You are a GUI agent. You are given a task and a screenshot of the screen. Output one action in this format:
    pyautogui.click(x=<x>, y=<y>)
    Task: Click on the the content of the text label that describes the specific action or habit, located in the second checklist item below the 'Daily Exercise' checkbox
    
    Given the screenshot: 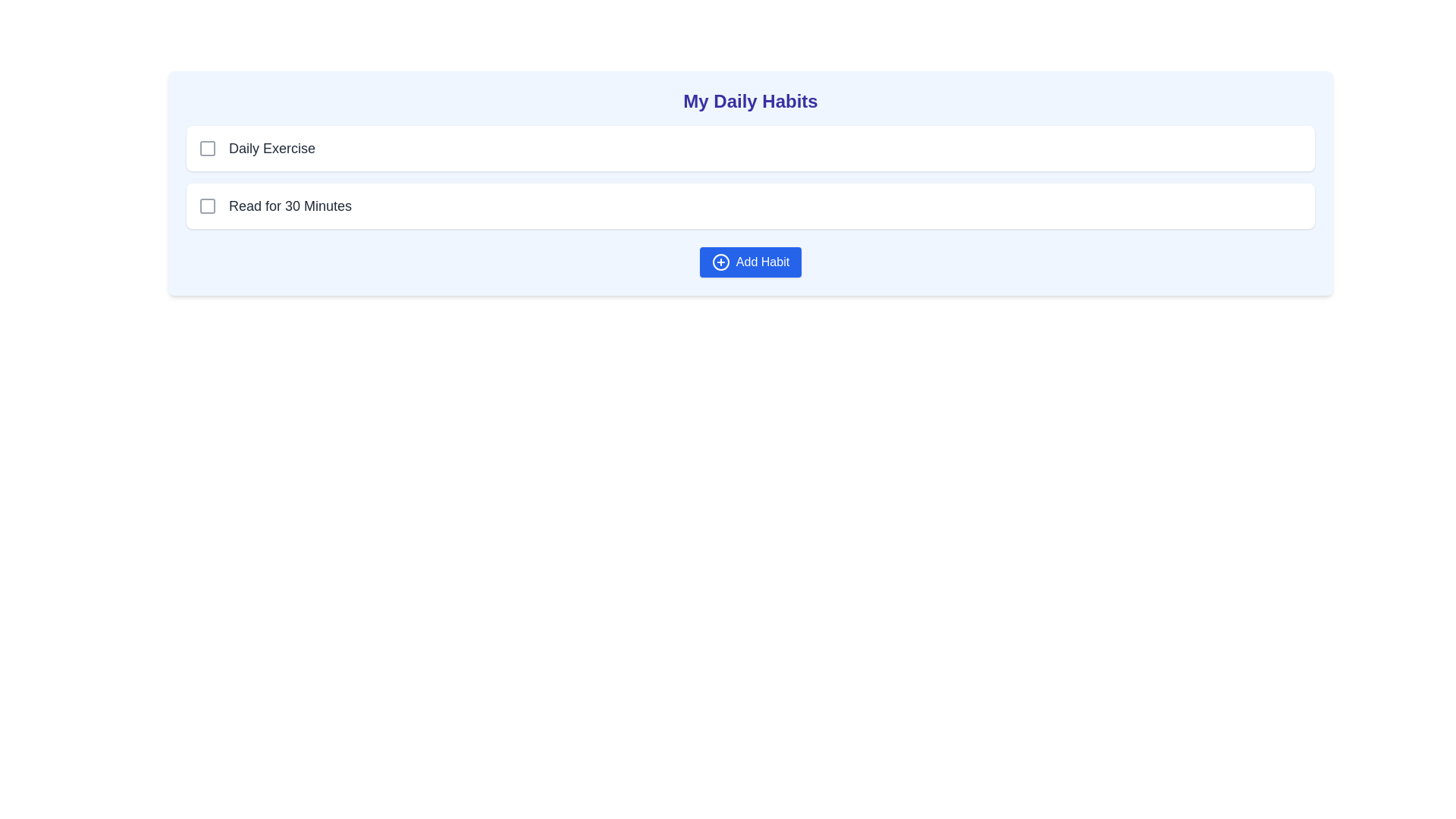 What is the action you would take?
    pyautogui.click(x=290, y=206)
    